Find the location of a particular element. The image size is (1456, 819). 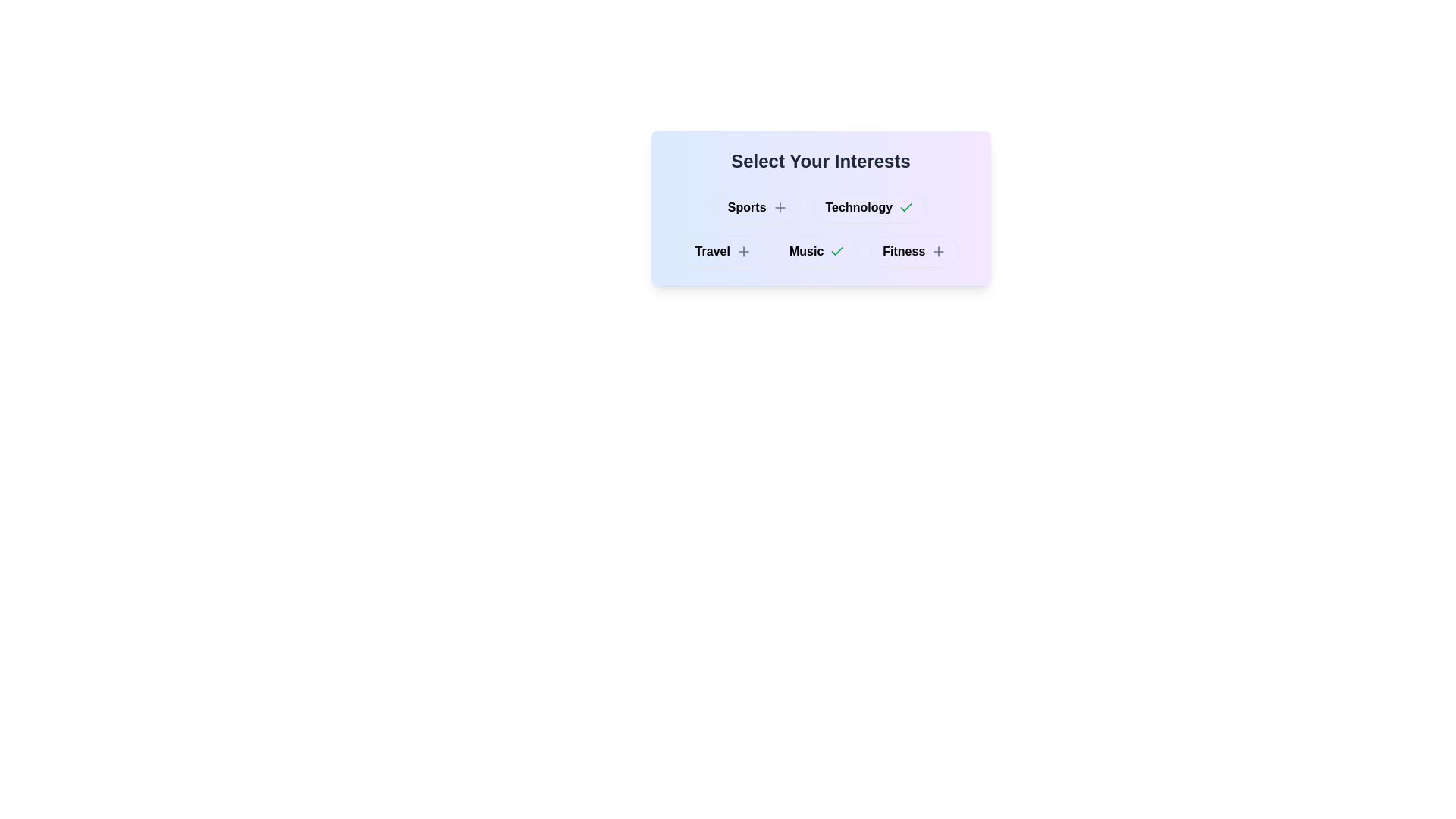

the interest category Fitness by clicking its button is located at coordinates (913, 250).